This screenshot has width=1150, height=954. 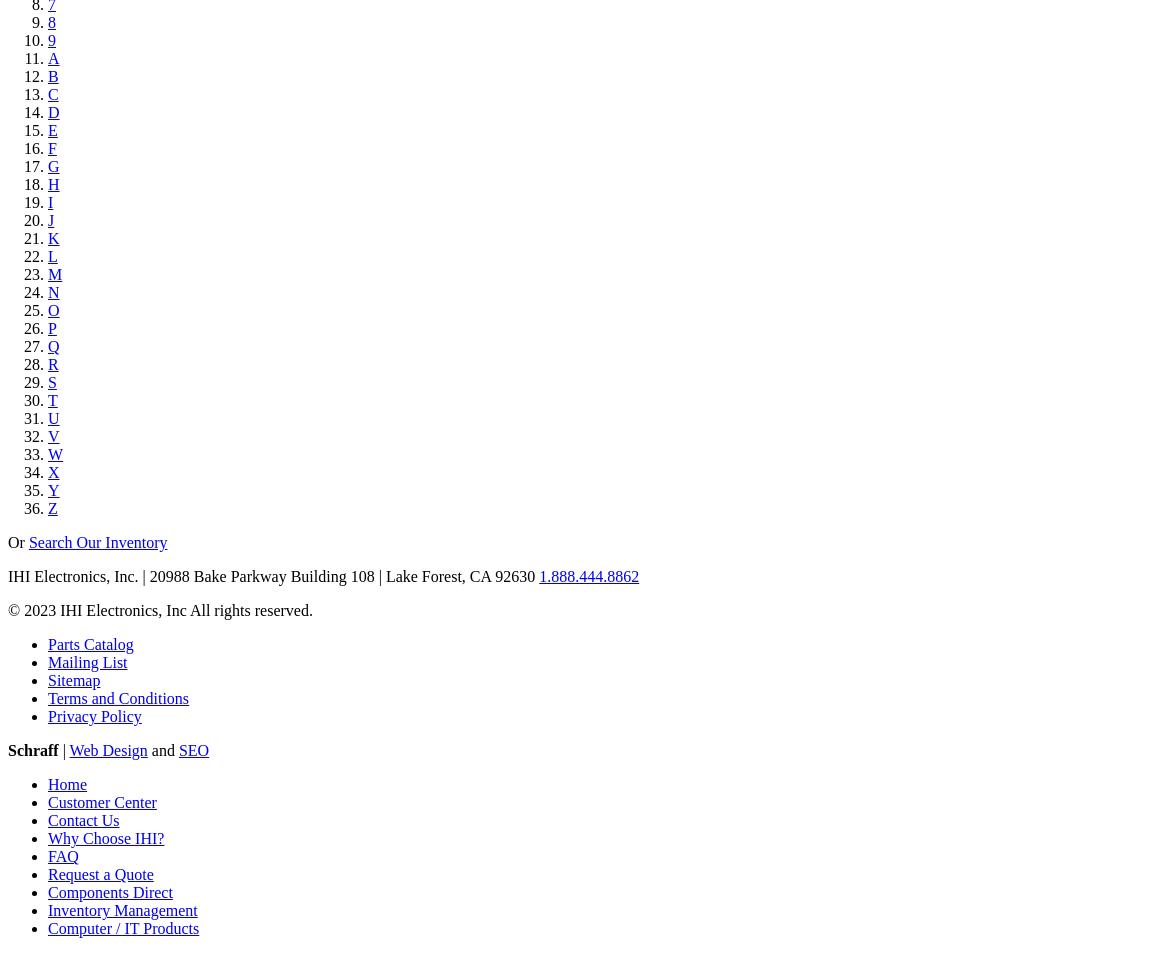 What do you see at coordinates (52, 346) in the screenshot?
I see `'Q'` at bounding box center [52, 346].